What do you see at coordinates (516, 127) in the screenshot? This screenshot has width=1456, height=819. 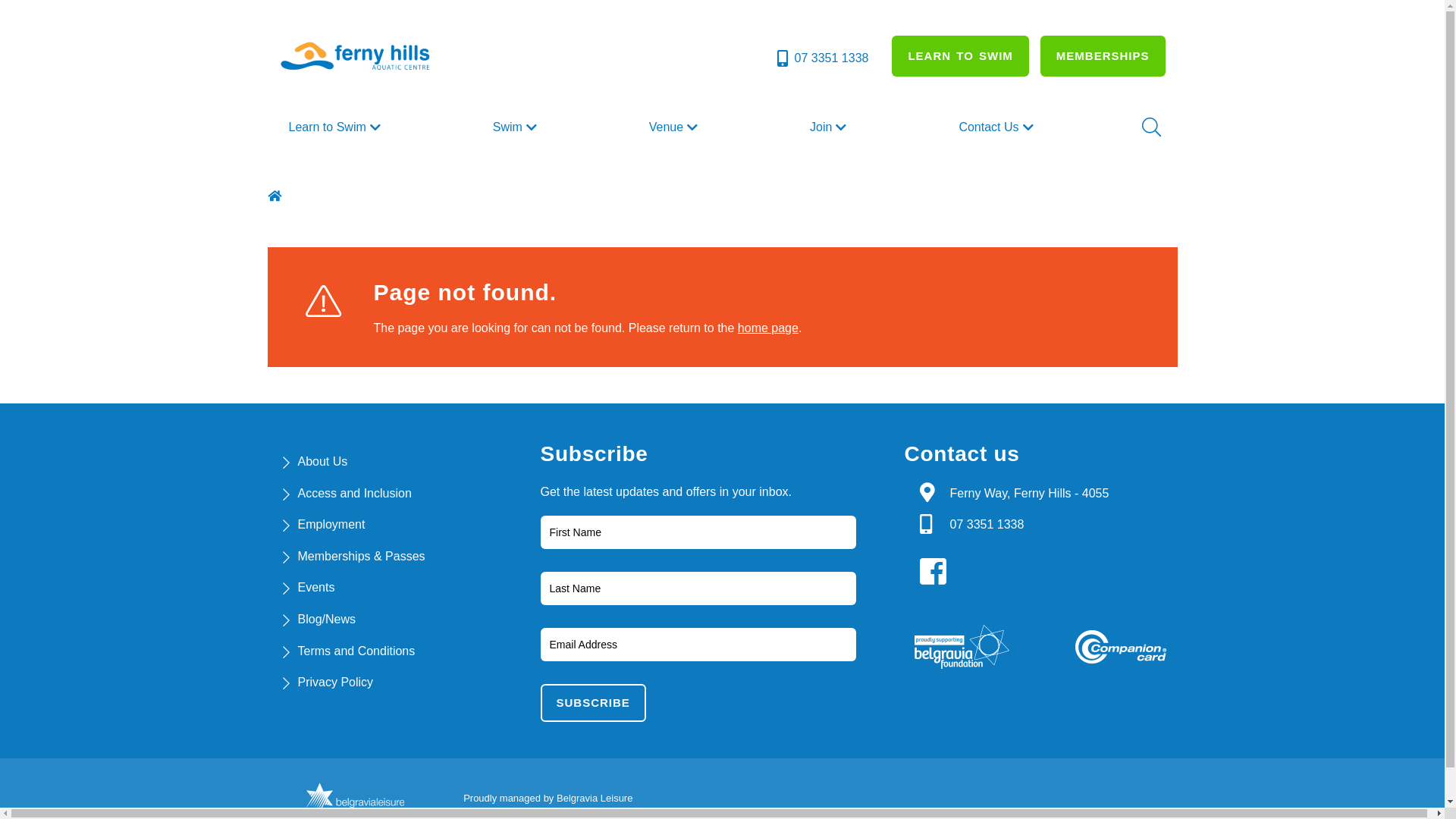 I see `'Swim'` at bounding box center [516, 127].